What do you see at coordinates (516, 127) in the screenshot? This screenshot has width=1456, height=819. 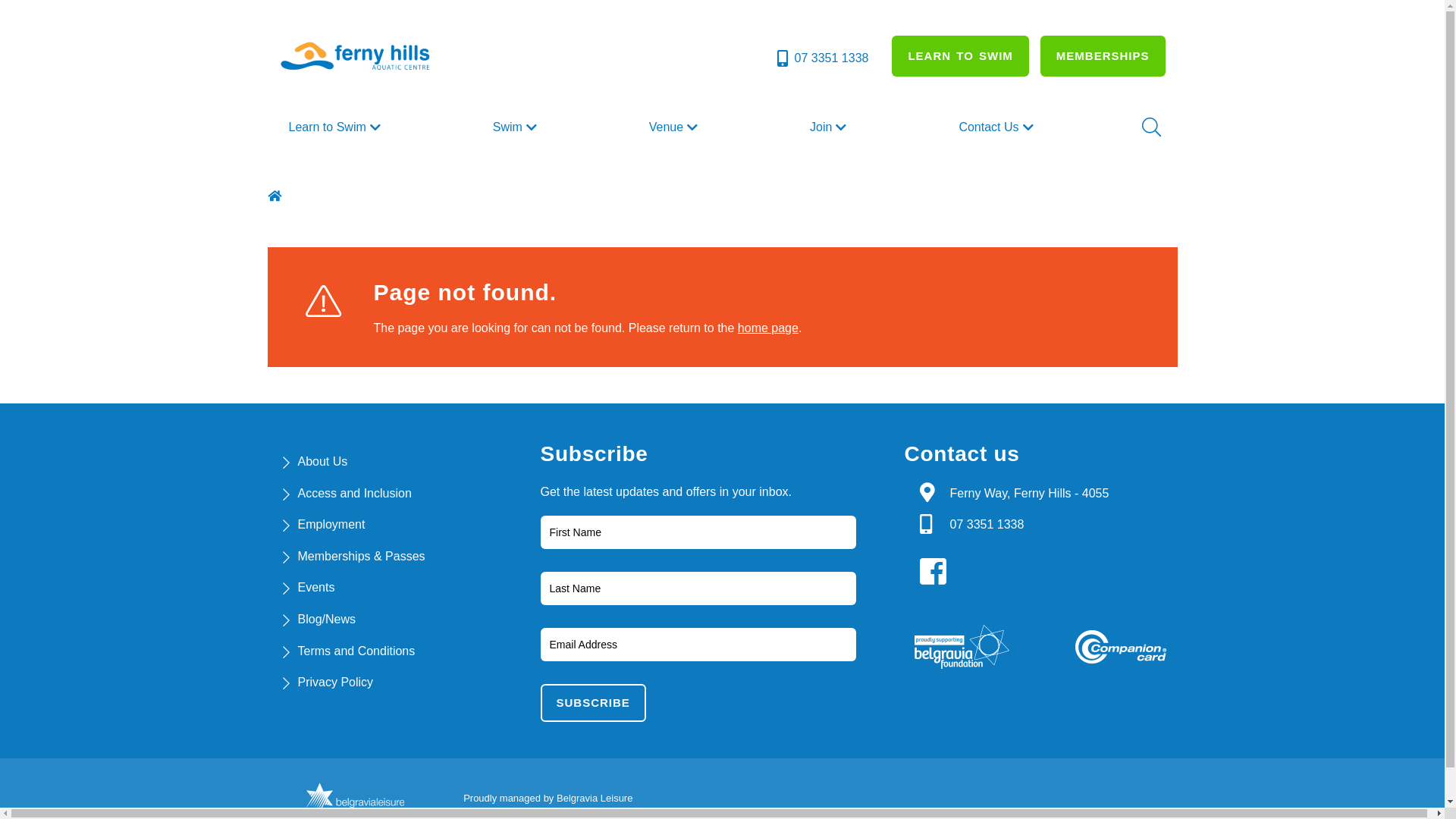 I see `'Swim'` at bounding box center [516, 127].